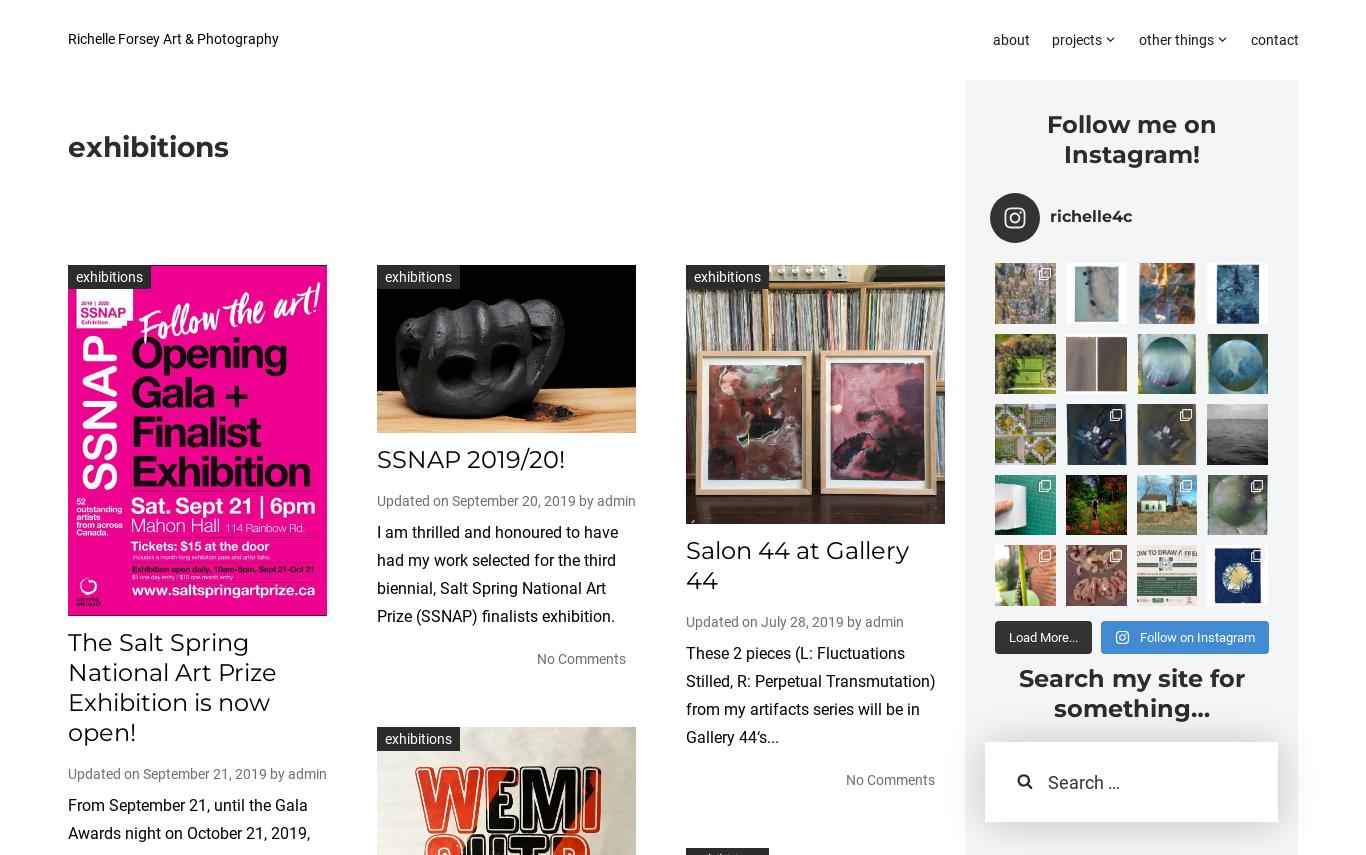 The height and width of the screenshot is (855, 1366). I want to click on 'Search my site for something…', so click(1130, 692).